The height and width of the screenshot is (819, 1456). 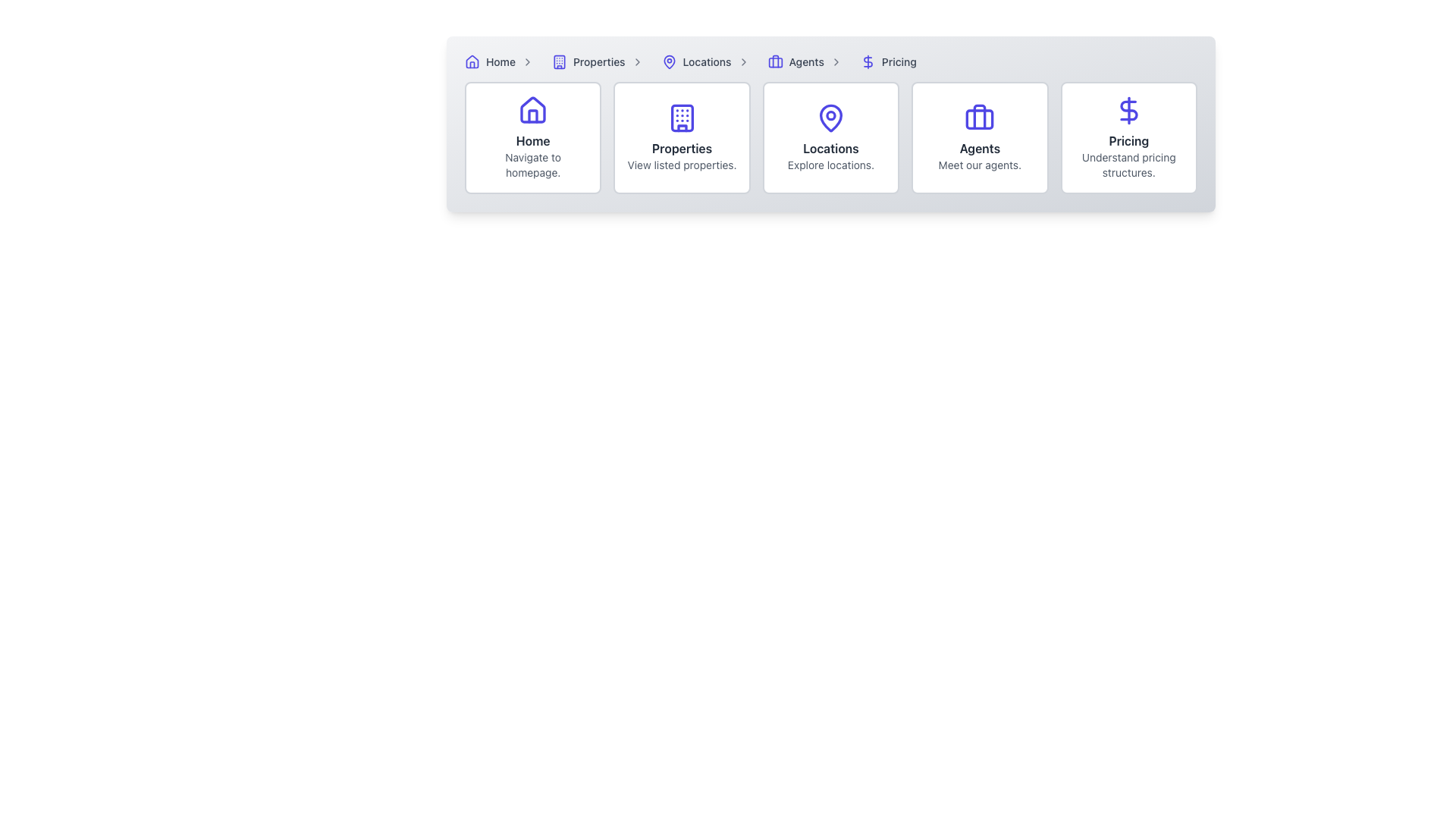 What do you see at coordinates (681, 117) in the screenshot?
I see `the 'Properties' icon located at the center of the navigation bar, which serves as a visual representation for the properties section and guides users to the properties functionality` at bounding box center [681, 117].